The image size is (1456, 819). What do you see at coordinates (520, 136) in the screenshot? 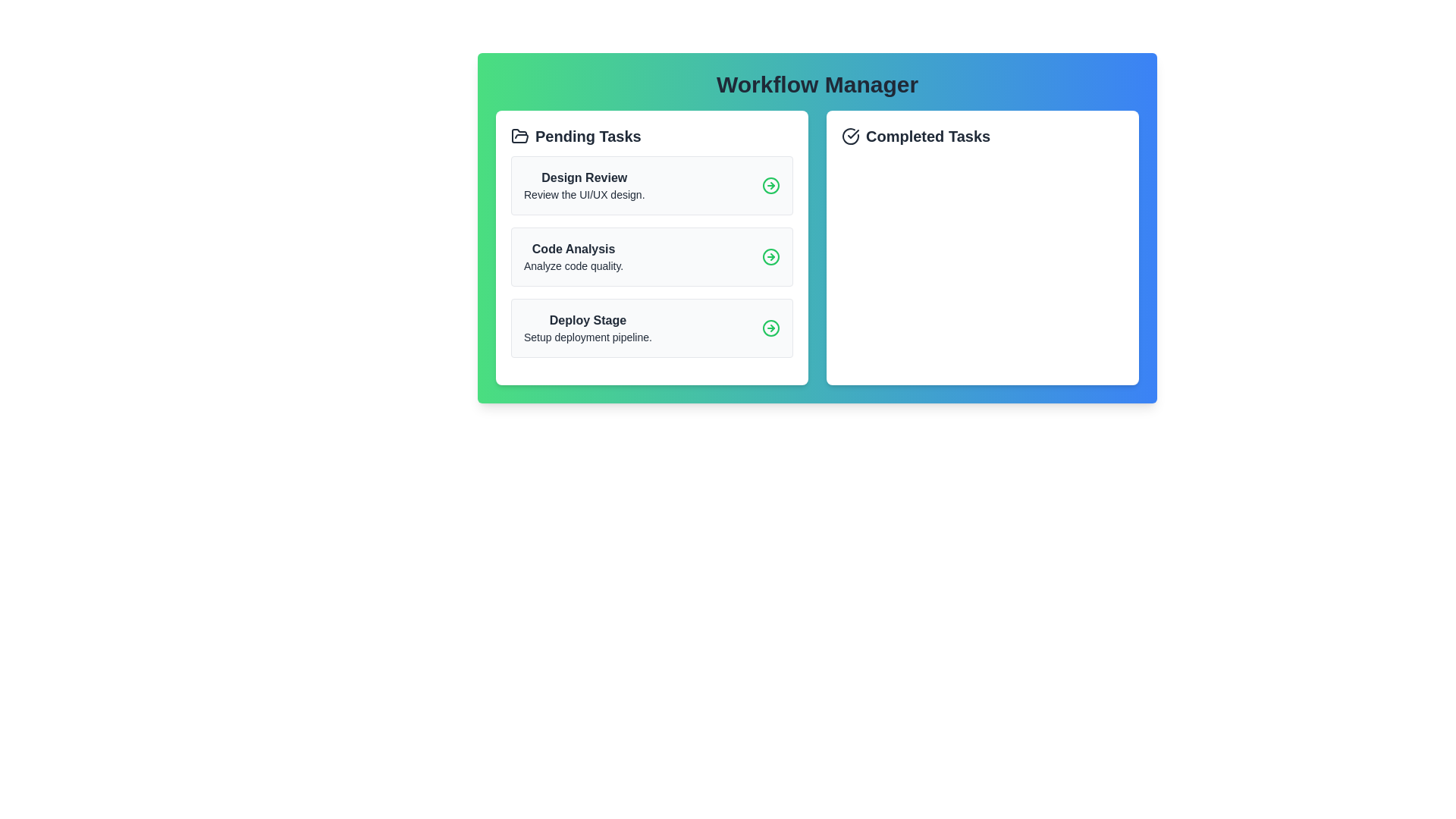
I see `the folder icon styled with an outline in dark color, located next to the heading text 'Pending Tasks' in the top-left area of the interface` at bounding box center [520, 136].